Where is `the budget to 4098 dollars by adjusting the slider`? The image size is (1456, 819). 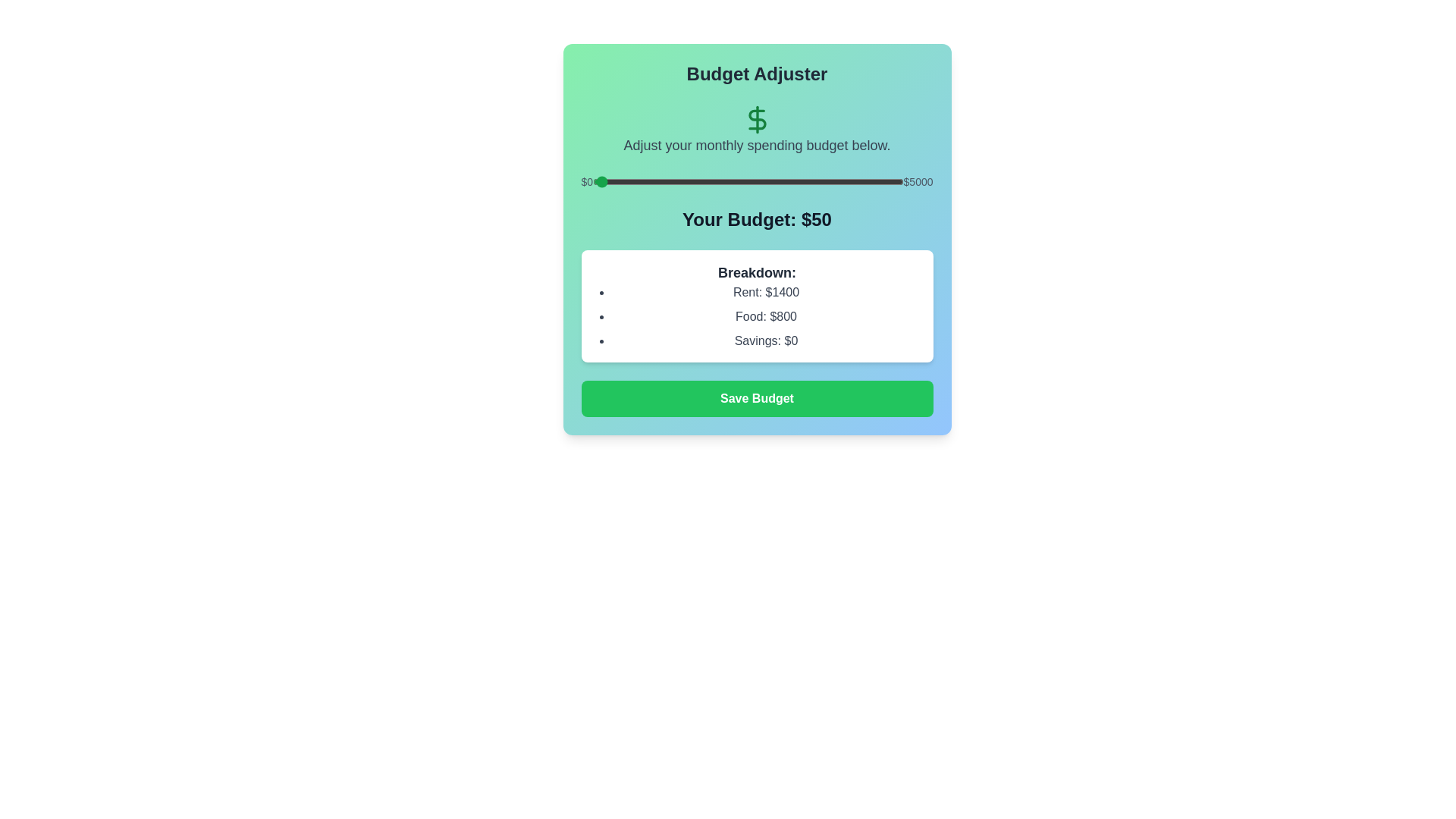 the budget to 4098 dollars by adjusting the slider is located at coordinates (846, 180).